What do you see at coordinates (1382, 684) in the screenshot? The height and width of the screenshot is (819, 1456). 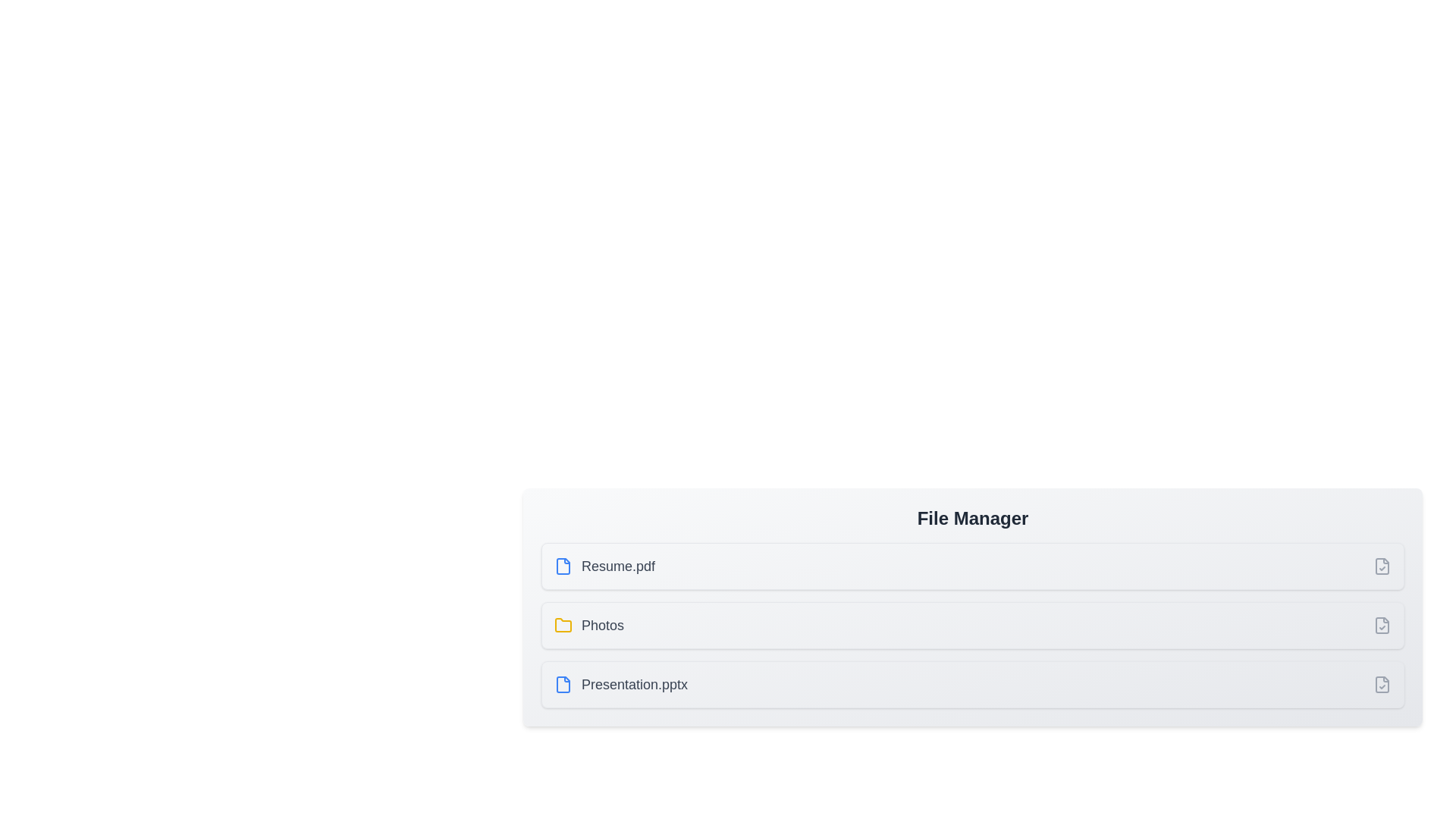 I see `the item corresponding to Presentation.pptx by clicking its checkbox` at bounding box center [1382, 684].